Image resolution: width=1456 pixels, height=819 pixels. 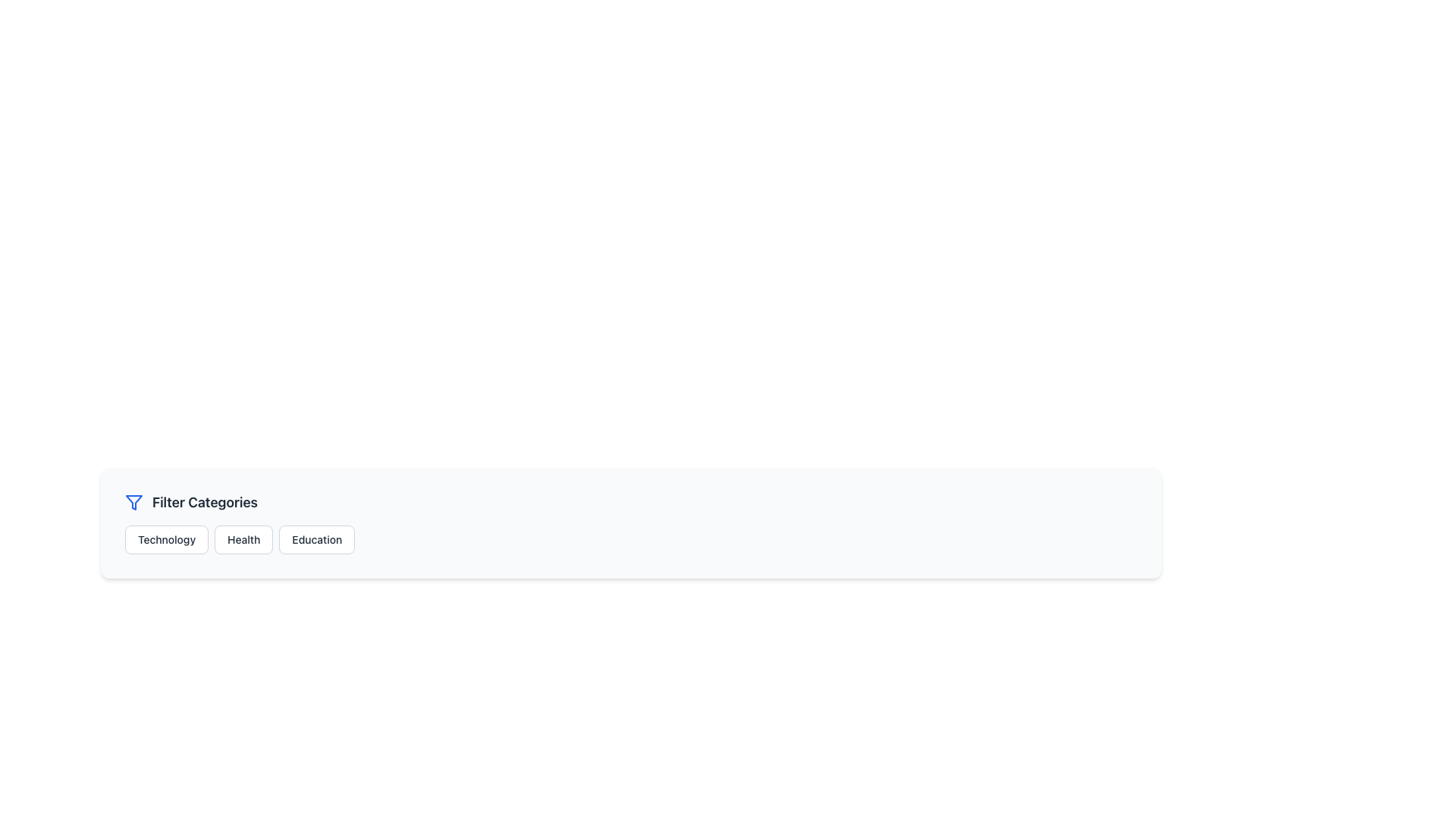 I want to click on the 'Health' button, which is a rectangular button with rounded corners, a white background, and a thin gray border, located near the bottom-left area of the interface, so click(x=243, y=539).